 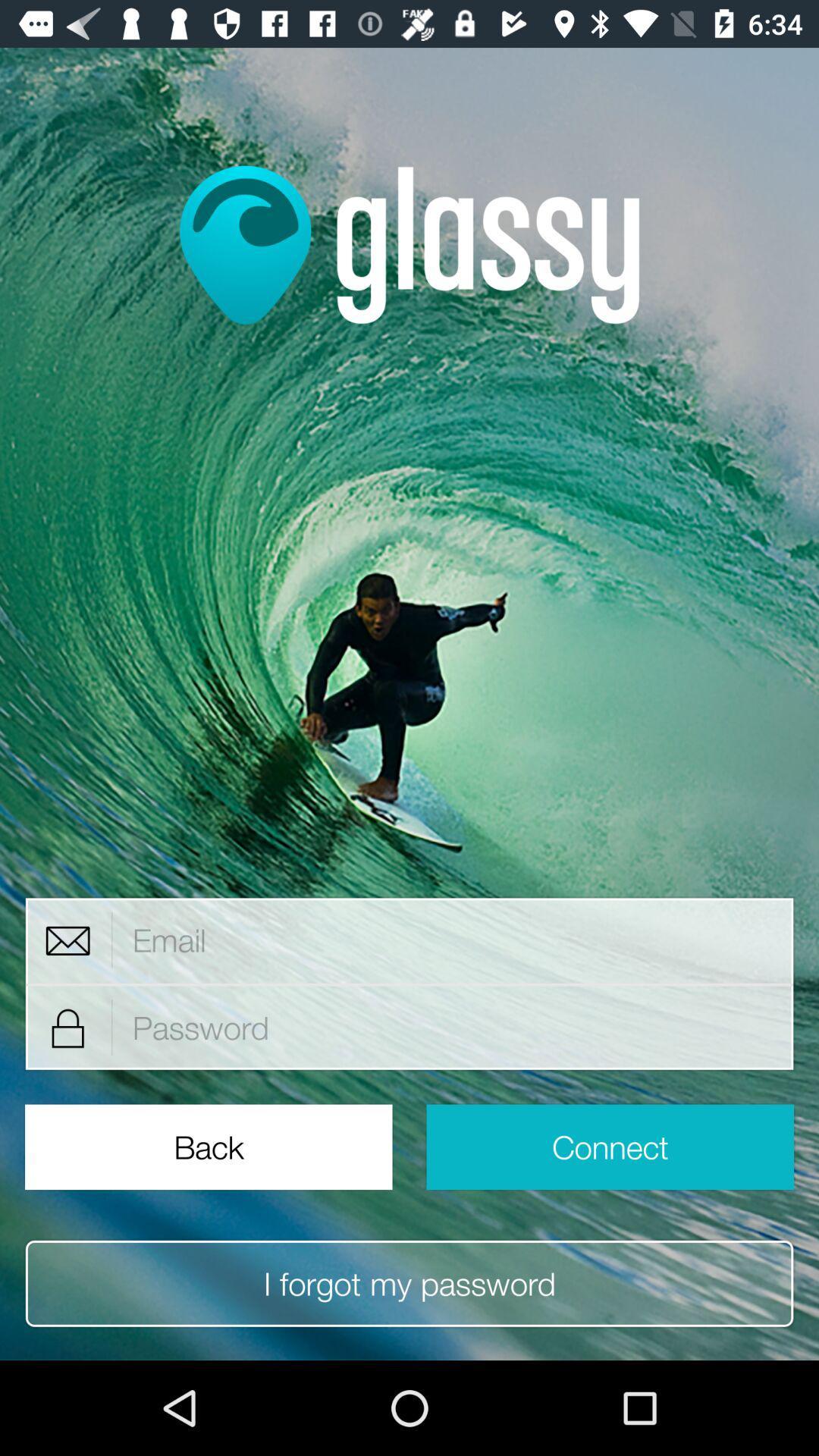 I want to click on connect item, so click(x=609, y=1147).